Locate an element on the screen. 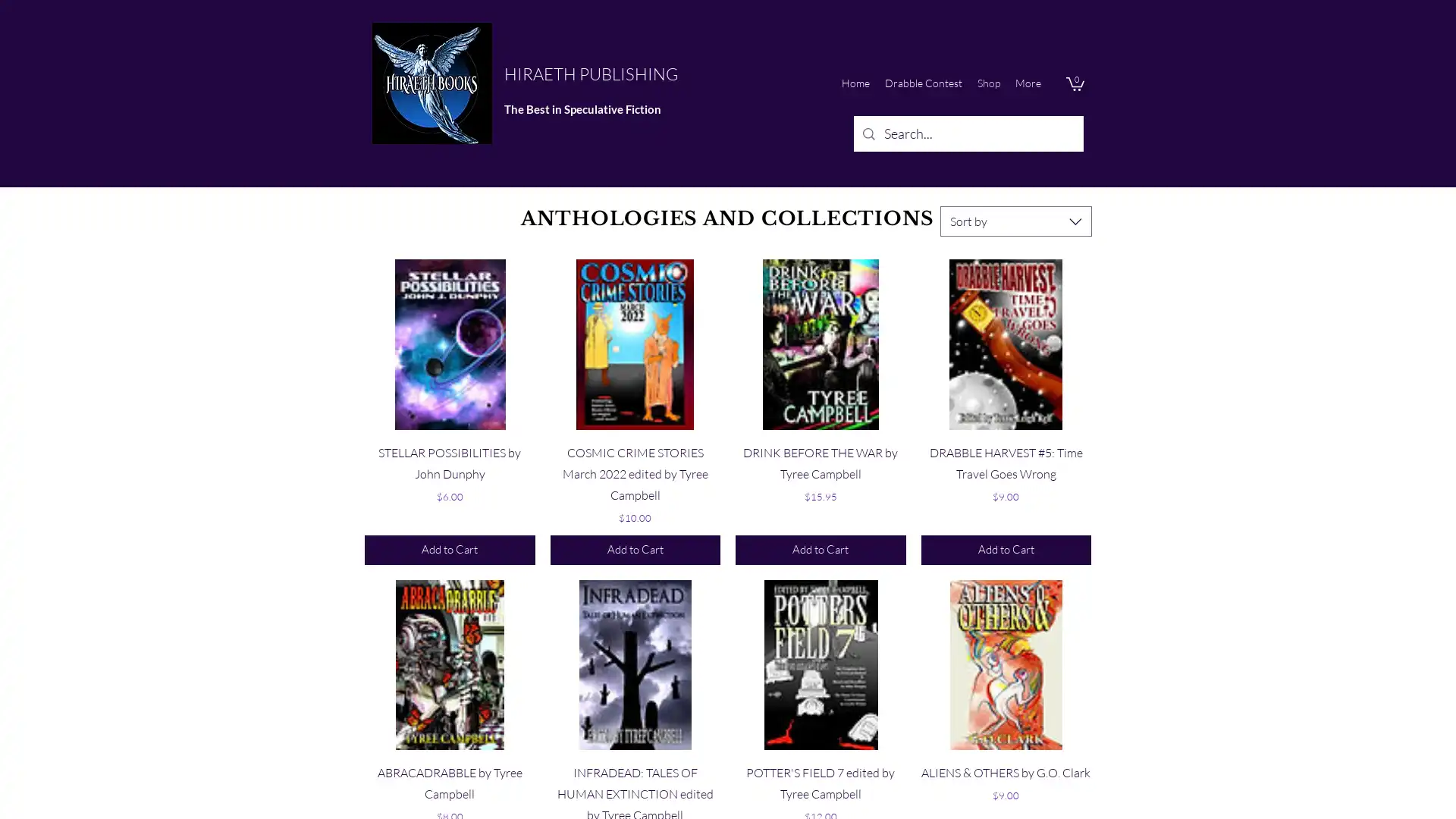 Image resolution: width=1456 pixels, height=819 pixels. Quick View is located at coordinates (635, 447).